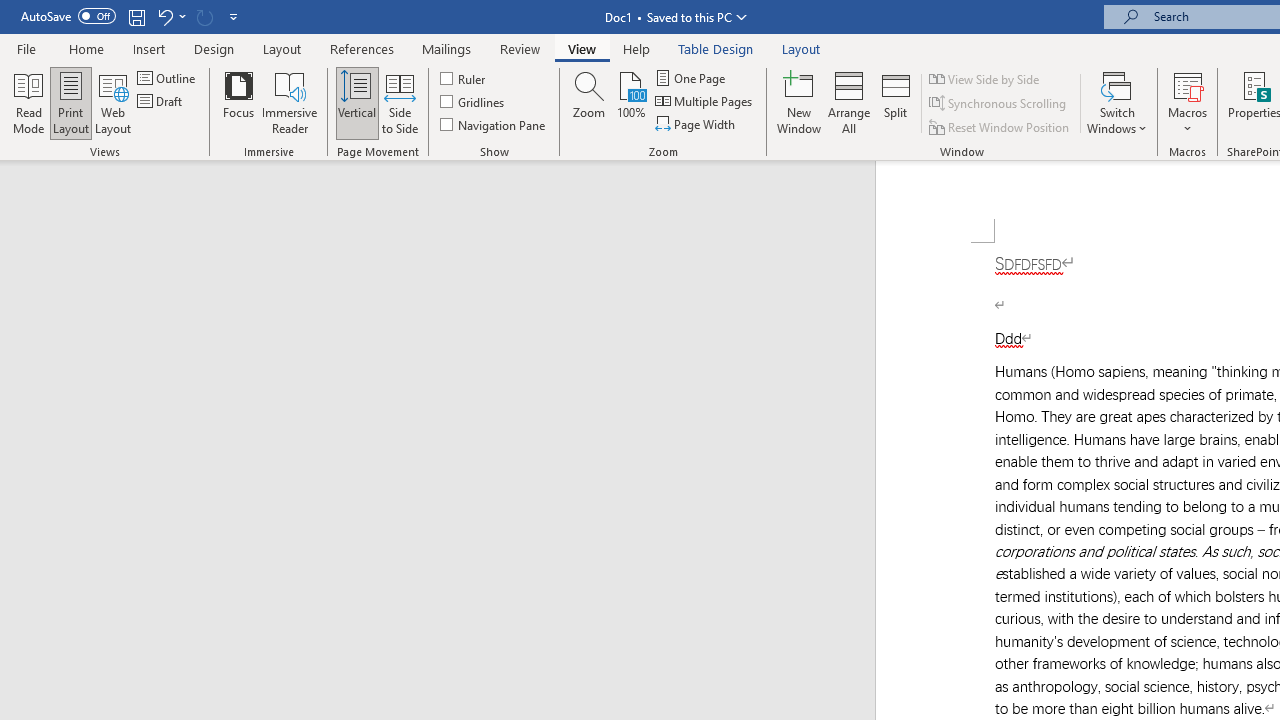 The image size is (1280, 720). What do you see at coordinates (999, 103) in the screenshot?
I see `'Synchronous Scrolling'` at bounding box center [999, 103].